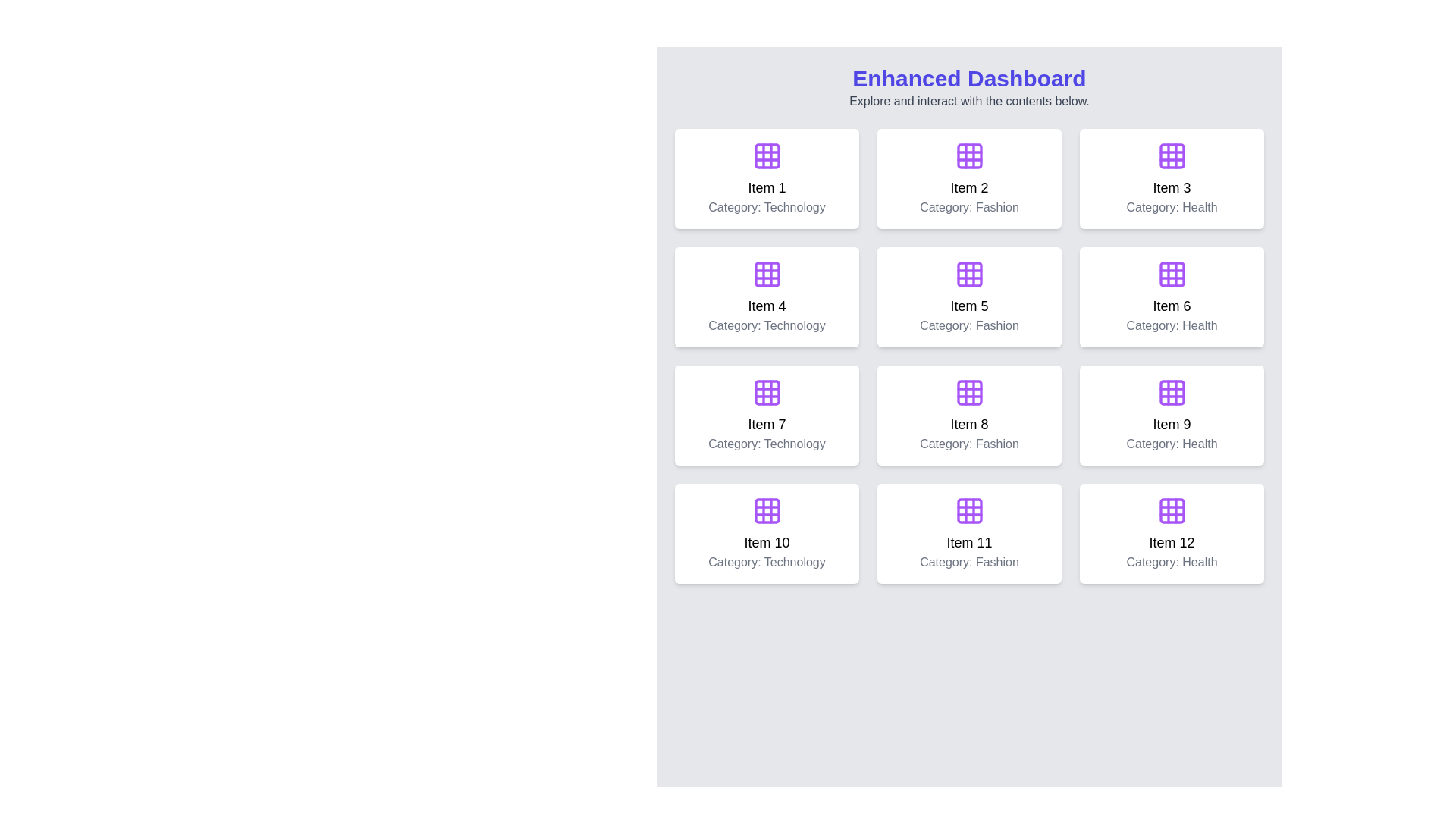 This screenshot has height=819, width=1456. I want to click on the grid-like icon in the white card labeled 'Item 7' with subtext 'Category: Technology', so click(767, 391).